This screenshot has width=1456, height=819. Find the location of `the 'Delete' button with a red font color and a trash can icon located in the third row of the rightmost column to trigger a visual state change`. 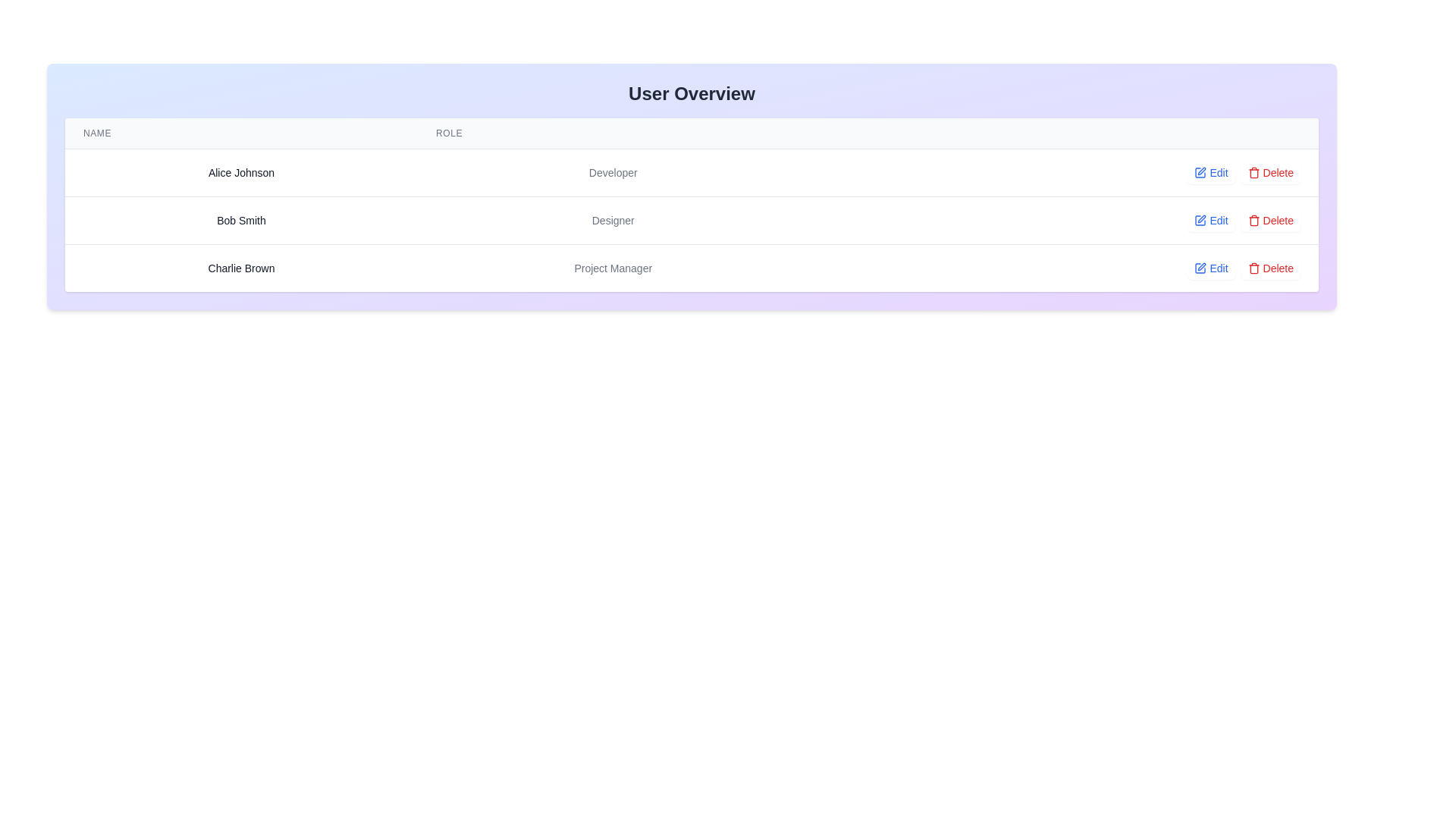

the 'Delete' button with a red font color and a trash can icon located in the third row of the rightmost column to trigger a visual state change is located at coordinates (1270, 268).